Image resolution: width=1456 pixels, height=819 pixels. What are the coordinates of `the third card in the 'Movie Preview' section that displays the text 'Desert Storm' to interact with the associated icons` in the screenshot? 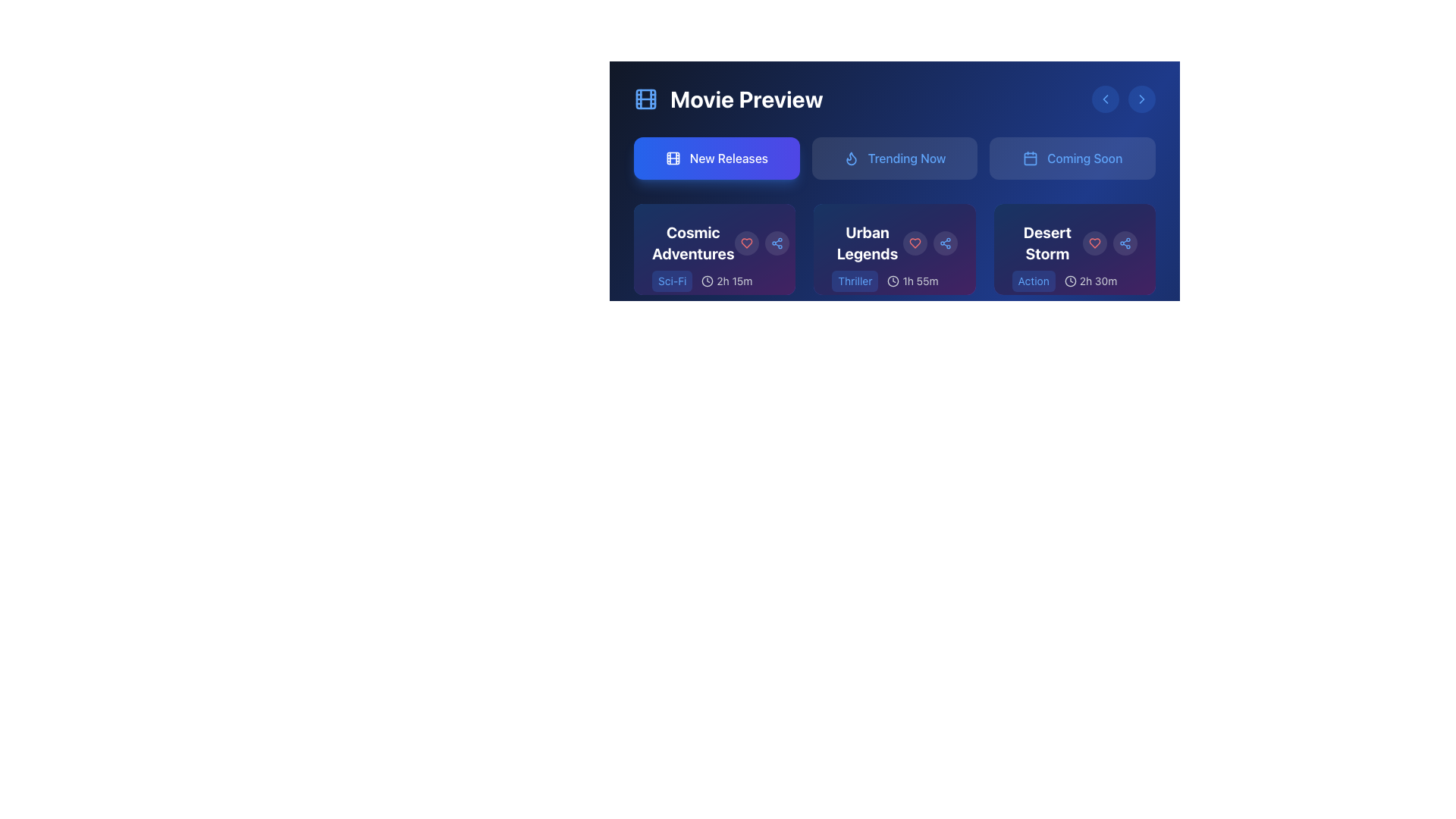 It's located at (1074, 275).